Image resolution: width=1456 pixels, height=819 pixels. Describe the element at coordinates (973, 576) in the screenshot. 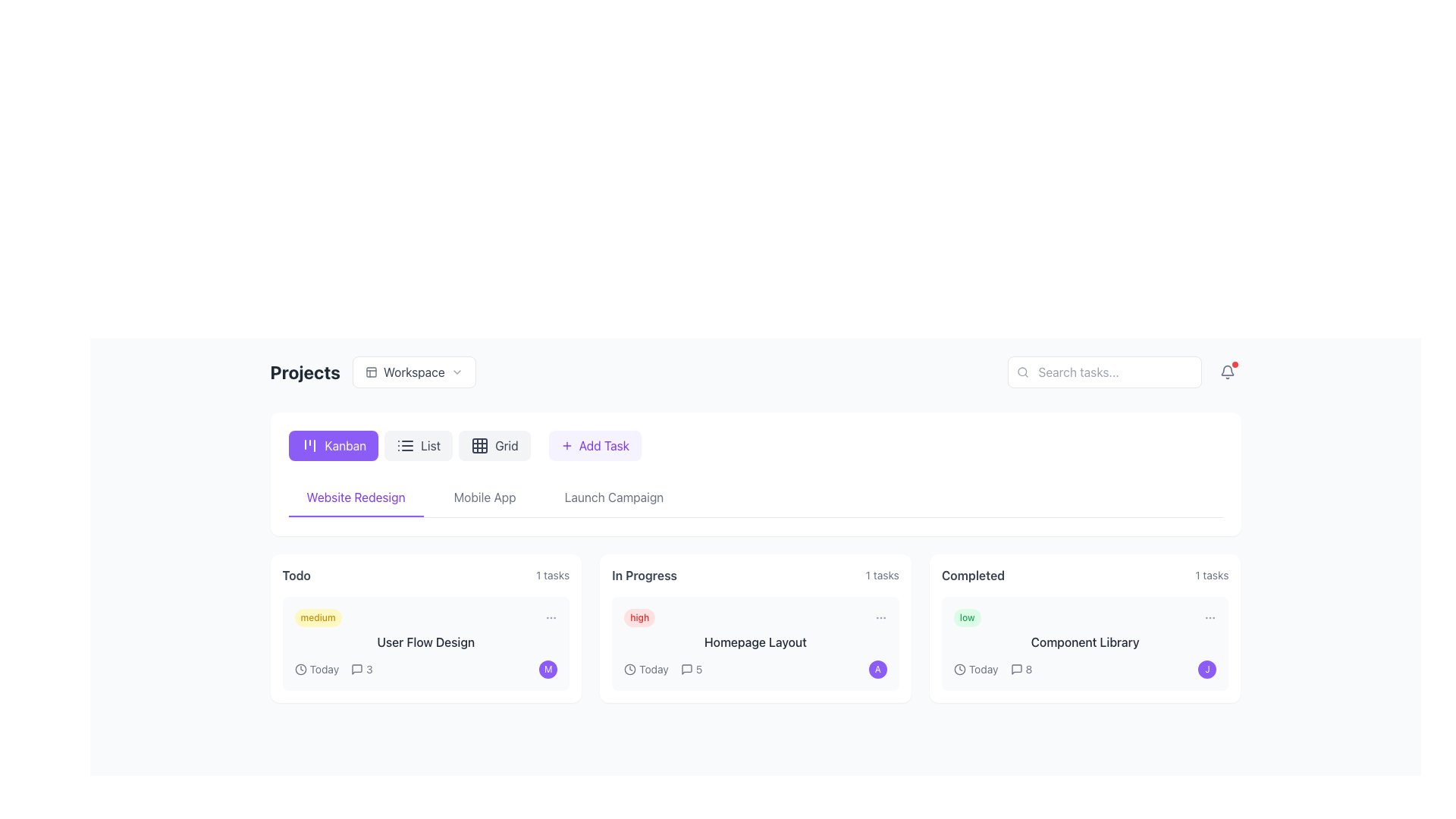

I see `the 'Completed' text label, which indicates the status of the associated content within the card, located in the top-left corner of the card component` at that location.